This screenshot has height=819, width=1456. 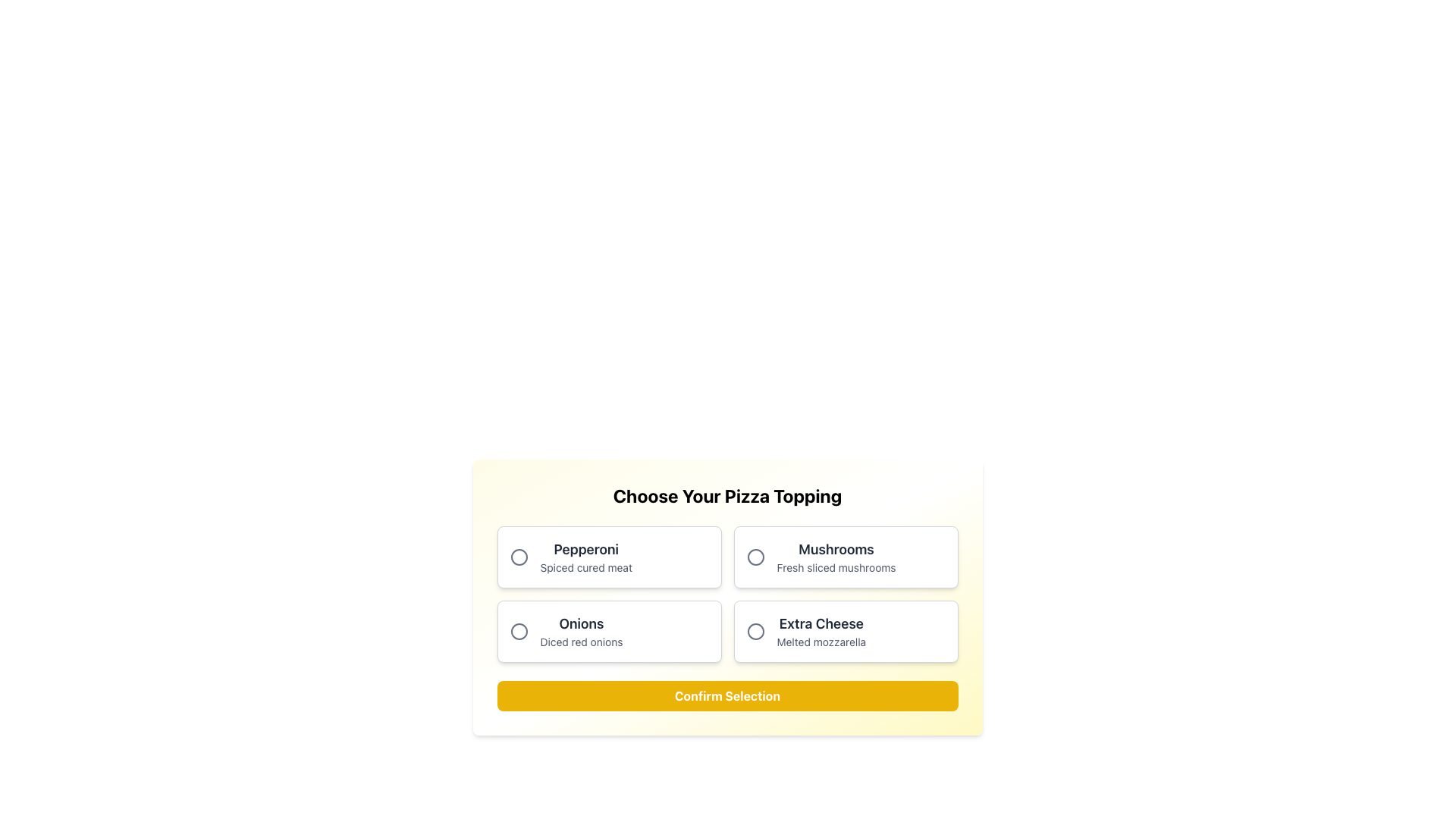 What do you see at coordinates (836, 557) in the screenshot?
I see `text content displayed in the 'Mushrooms' topping information section located in the top-right corner of the group of four selectable options` at bounding box center [836, 557].